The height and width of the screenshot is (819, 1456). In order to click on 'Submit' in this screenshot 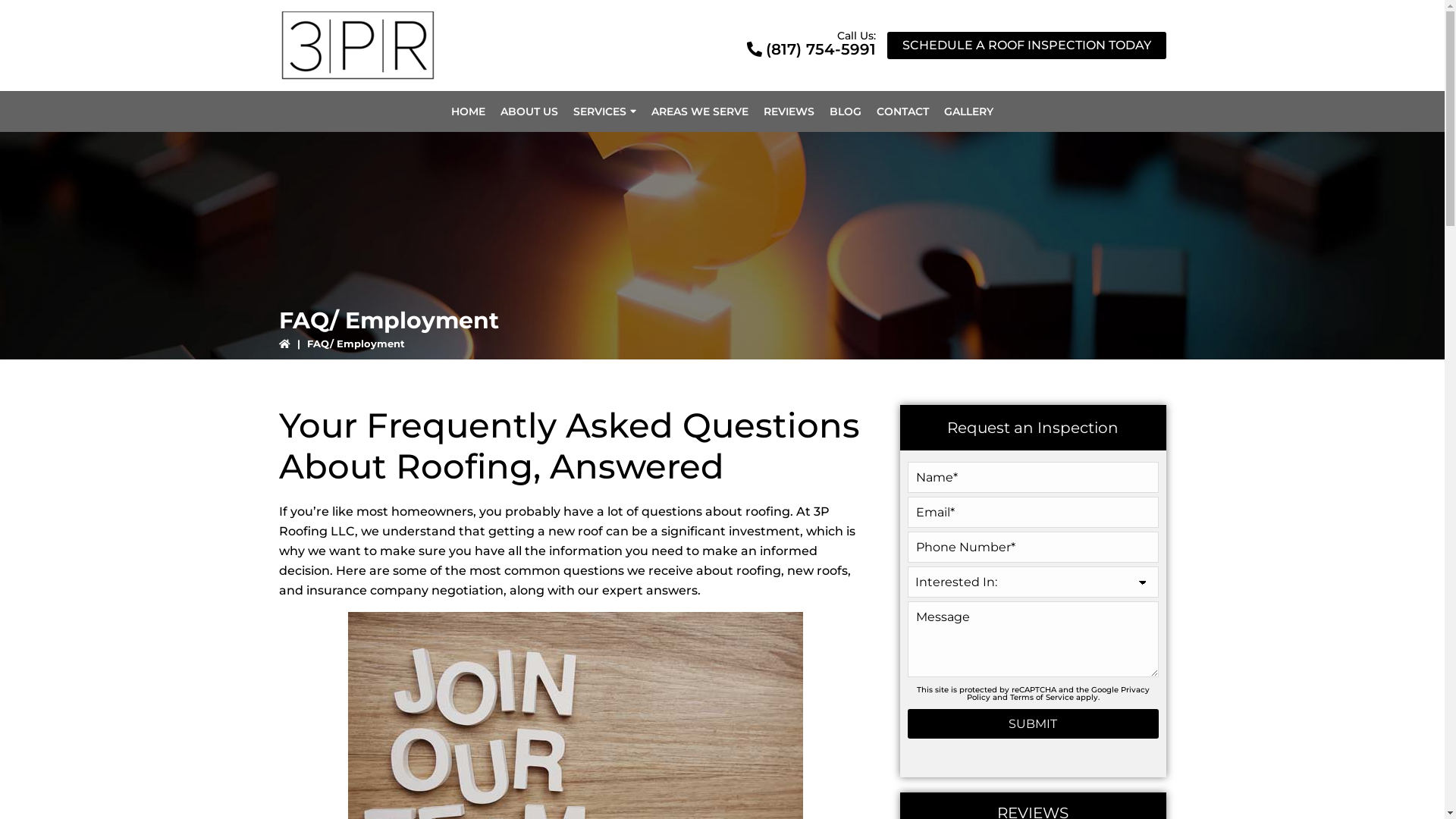, I will do `click(1031, 723)`.